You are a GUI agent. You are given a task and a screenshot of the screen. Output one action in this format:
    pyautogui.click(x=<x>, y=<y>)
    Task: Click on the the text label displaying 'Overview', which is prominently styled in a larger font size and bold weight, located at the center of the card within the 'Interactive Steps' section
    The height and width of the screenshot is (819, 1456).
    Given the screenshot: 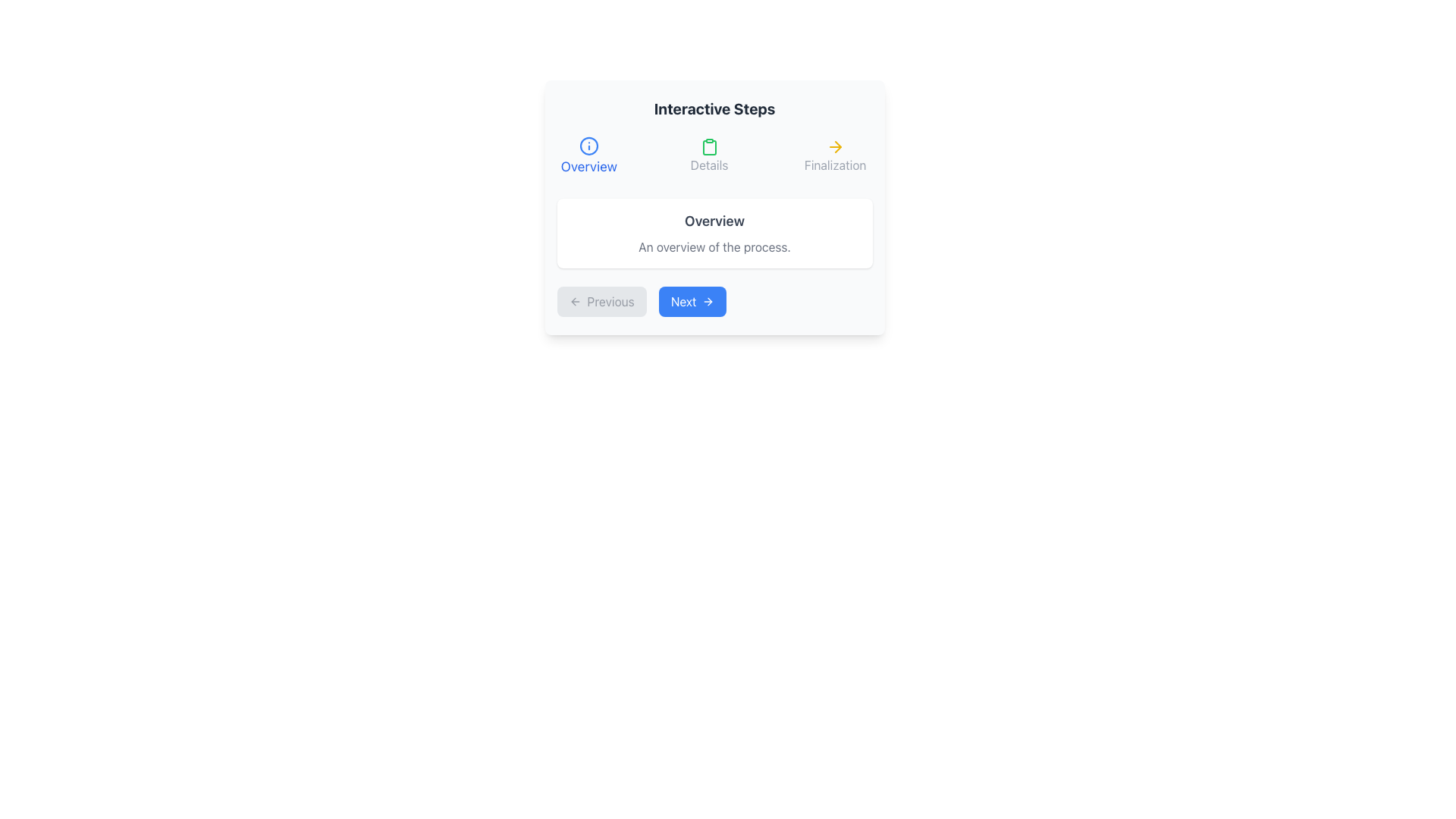 What is the action you would take?
    pyautogui.click(x=714, y=221)
    